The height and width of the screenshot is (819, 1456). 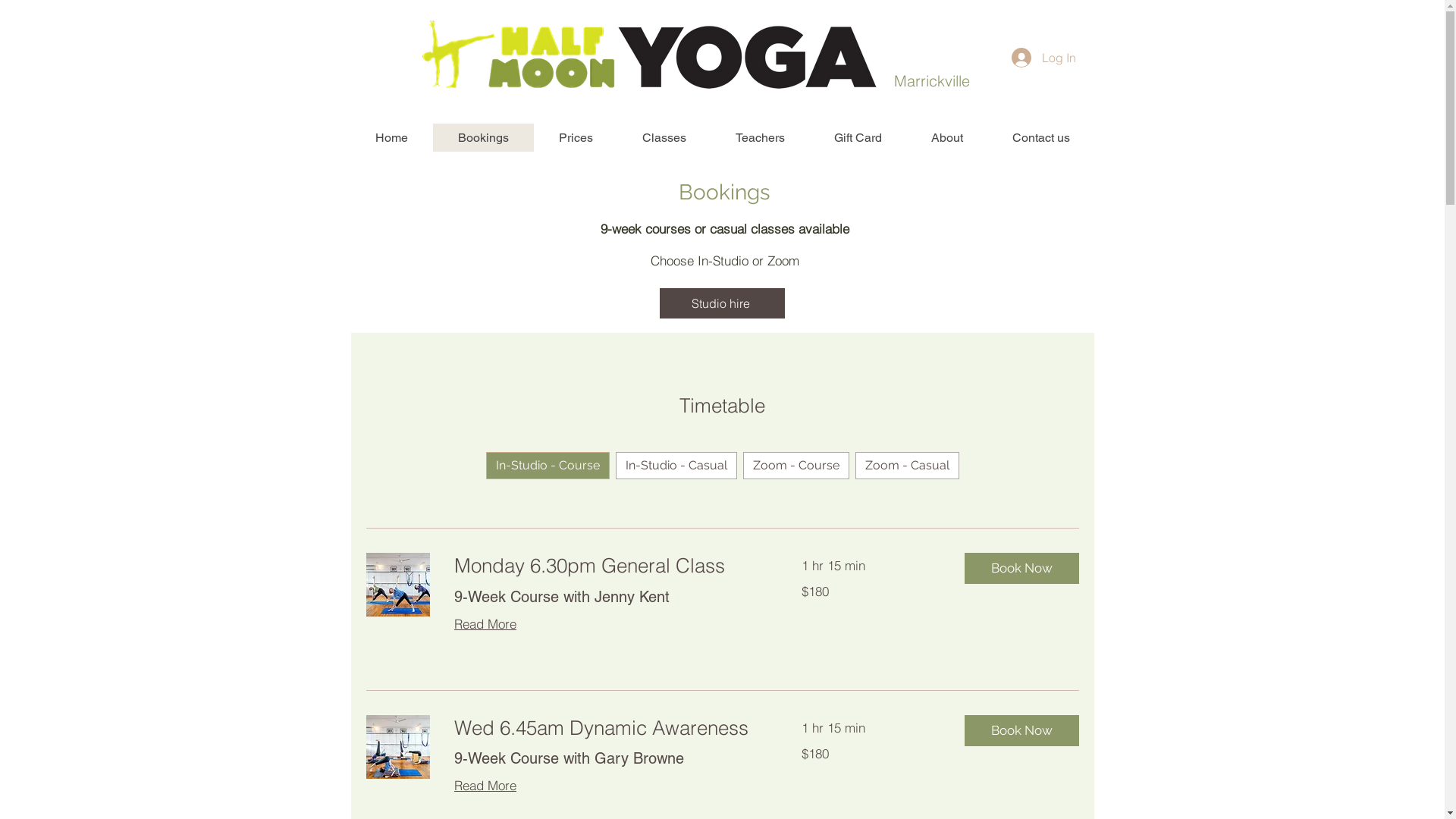 I want to click on 'Contact us', so click(x=1040, y=137).